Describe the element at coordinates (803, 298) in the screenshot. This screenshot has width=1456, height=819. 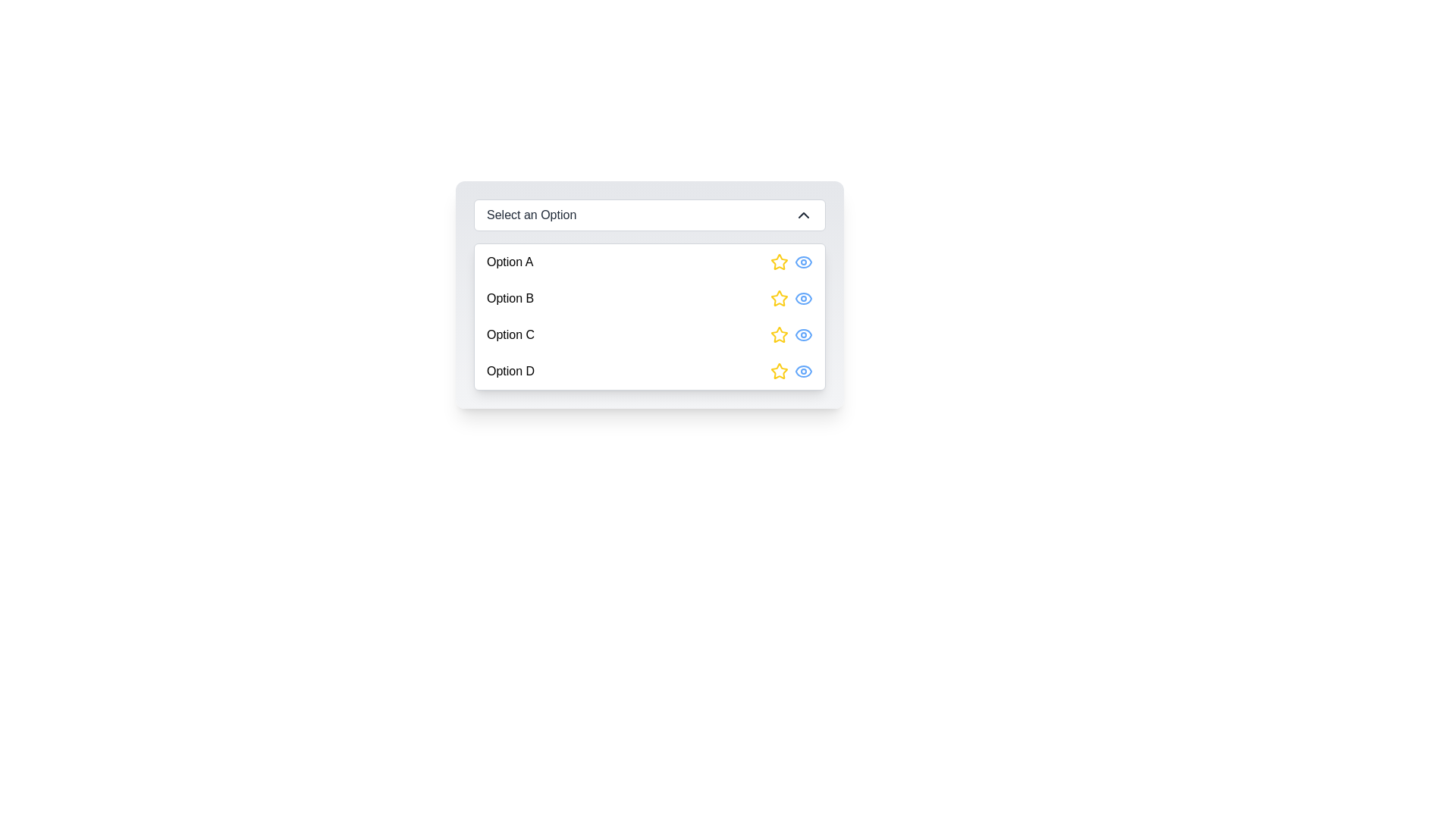
I see `the visibility icon, which is an eye-shaped icon with a blue outline, located as the second action on the right of the row corresponding to Option B, following a yellow star icon` at that location.